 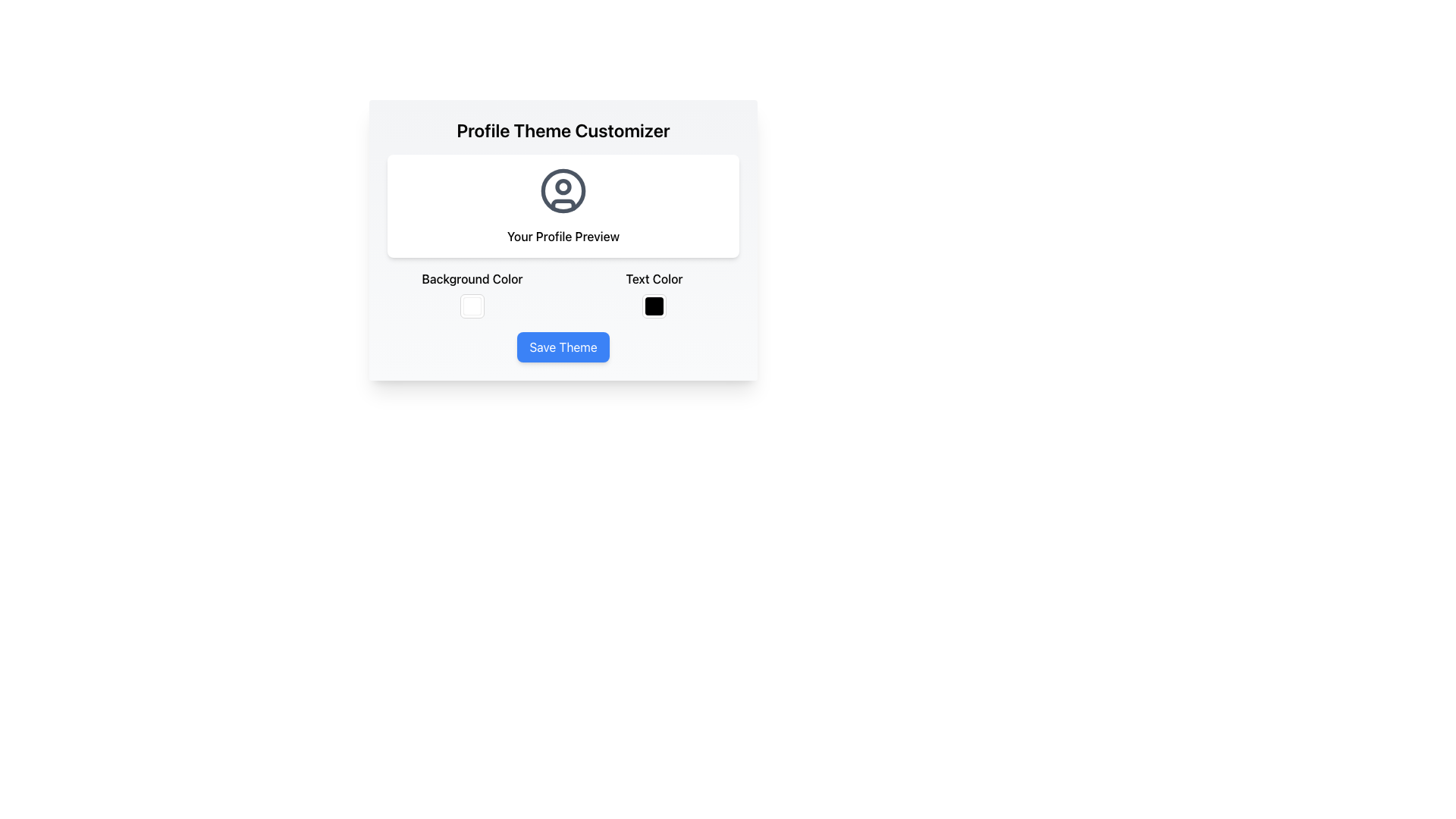 I want to click on the small square color picker box, which has a black fill color and a light border, located in the 'Text Color' section adjacent to its label, so click(x=654, y=306).